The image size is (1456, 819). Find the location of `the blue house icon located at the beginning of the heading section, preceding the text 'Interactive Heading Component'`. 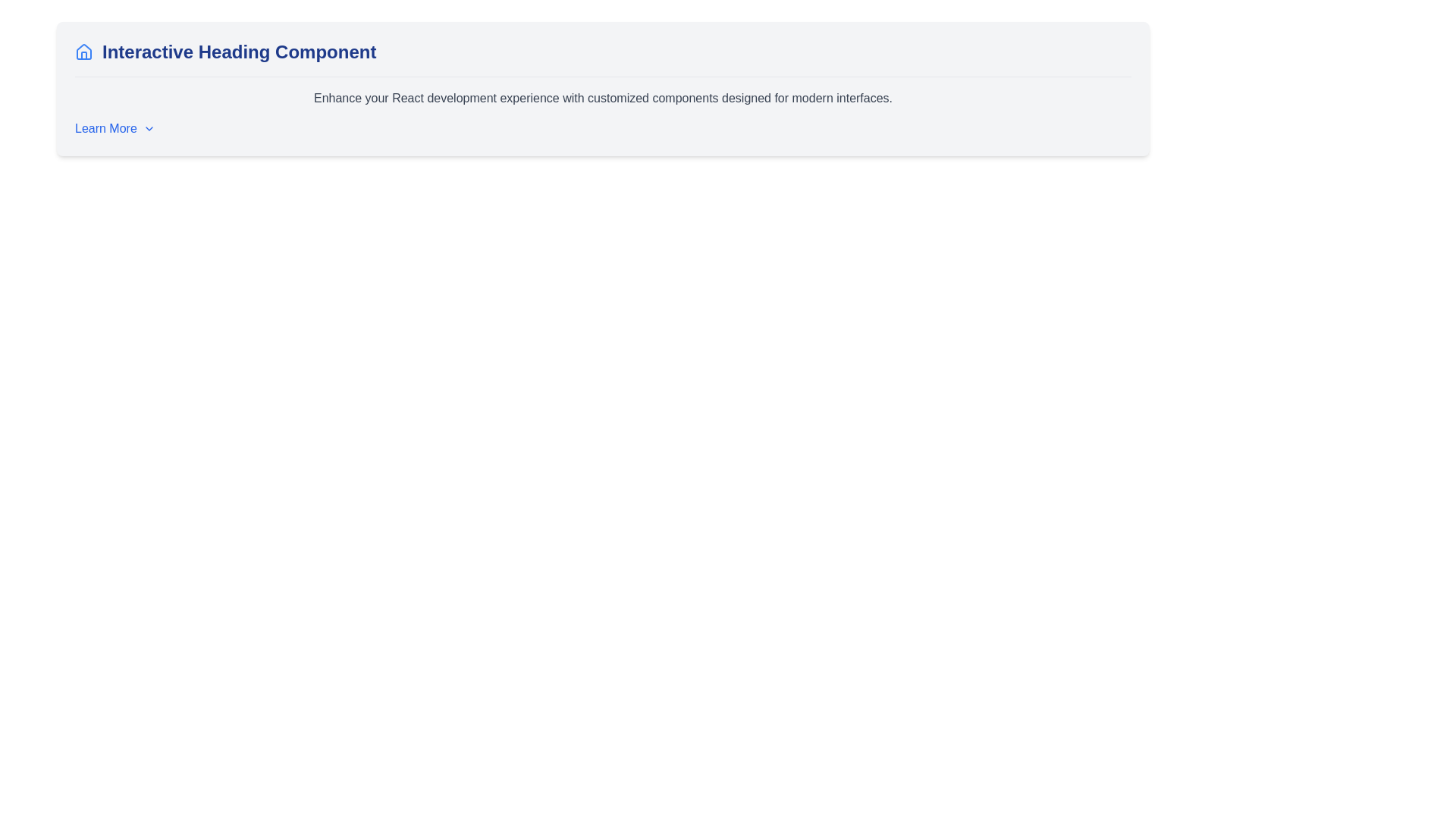

the blue house icon located at the beginning of the heading section, preceding the text 'Interactive Heading Component' is located at coordinates (83, 52).